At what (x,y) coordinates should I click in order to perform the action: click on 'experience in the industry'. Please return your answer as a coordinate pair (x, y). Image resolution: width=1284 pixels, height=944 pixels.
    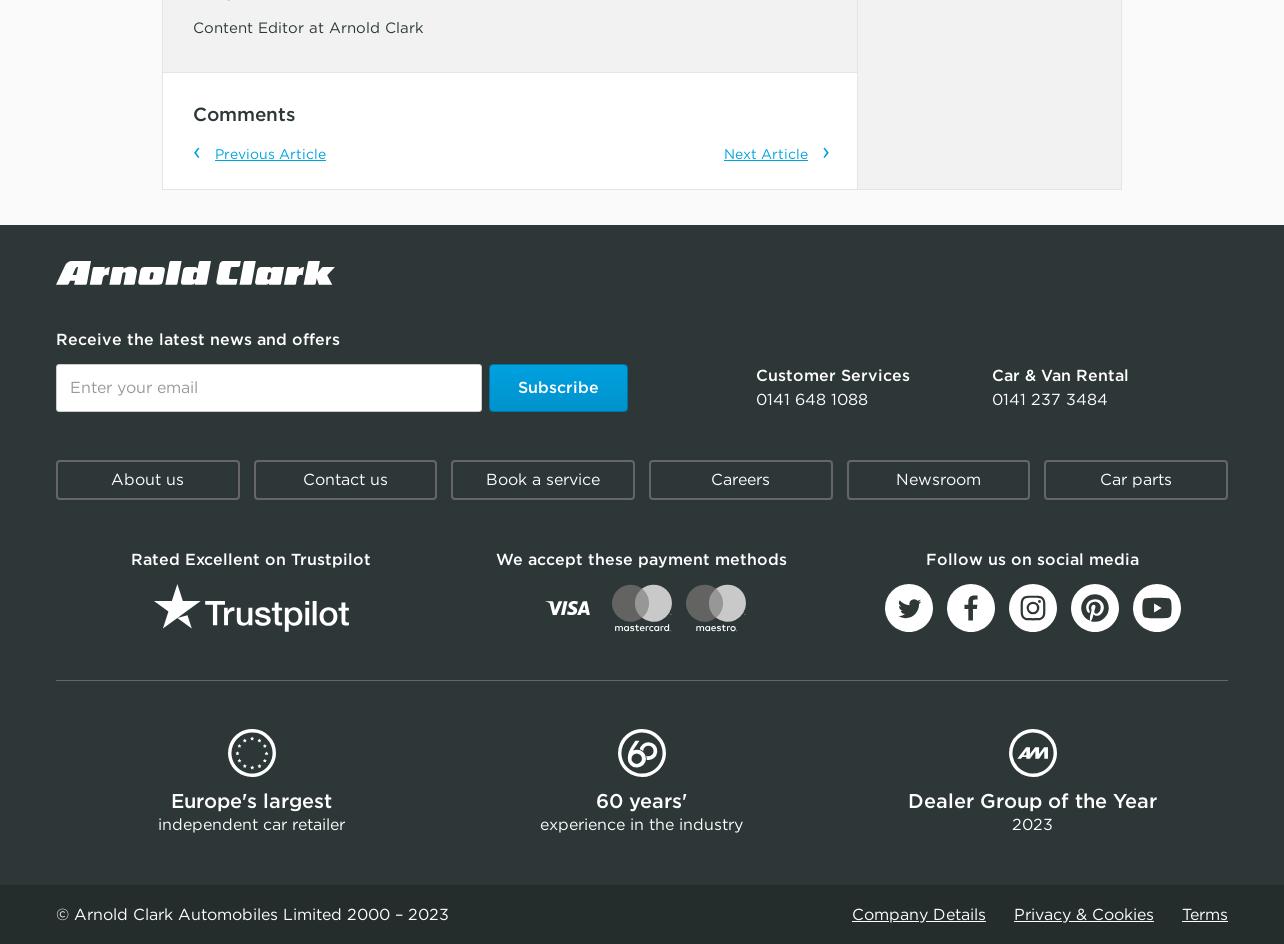
    Looking at the image, I should click on (640, 822).